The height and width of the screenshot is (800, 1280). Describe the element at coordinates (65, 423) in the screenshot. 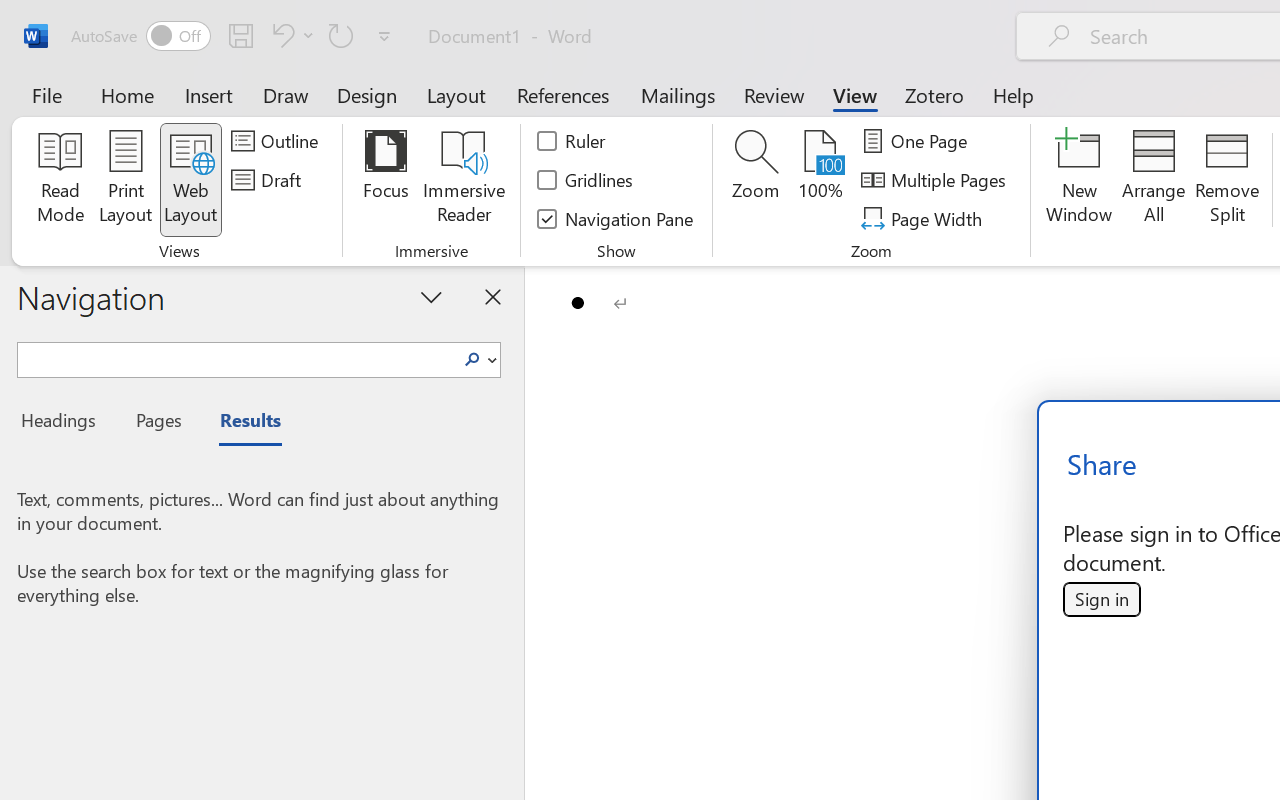

I see `'Headings'` at that location.